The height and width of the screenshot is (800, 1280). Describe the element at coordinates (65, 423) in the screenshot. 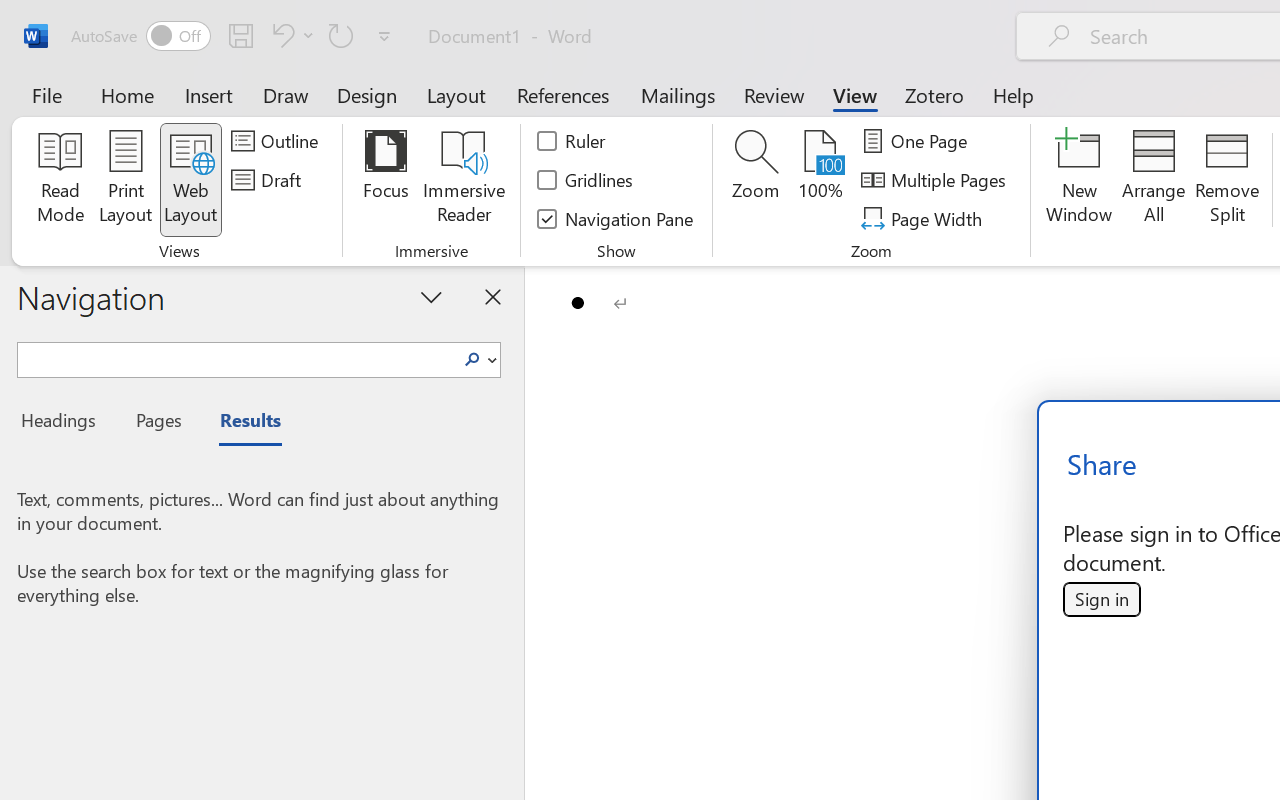

I see `'Headings'` at that location.